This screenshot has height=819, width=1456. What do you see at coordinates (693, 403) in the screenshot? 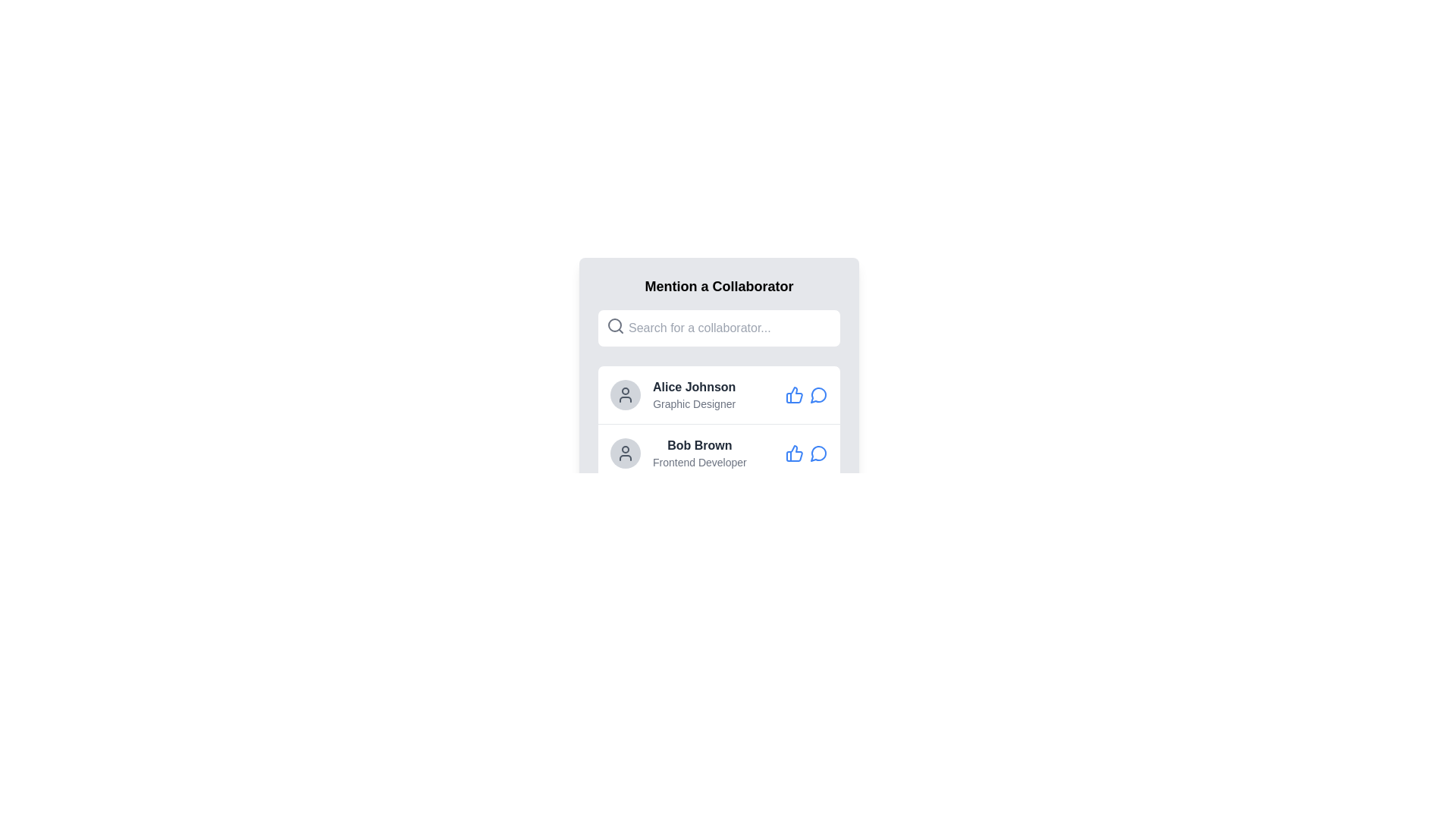
I see `text label that describes the role or occupation of the person listed, located directly below the name 'Alice Johnson' in the vertical list of collaborators within the centered modal` at bounding box center [693, 403].